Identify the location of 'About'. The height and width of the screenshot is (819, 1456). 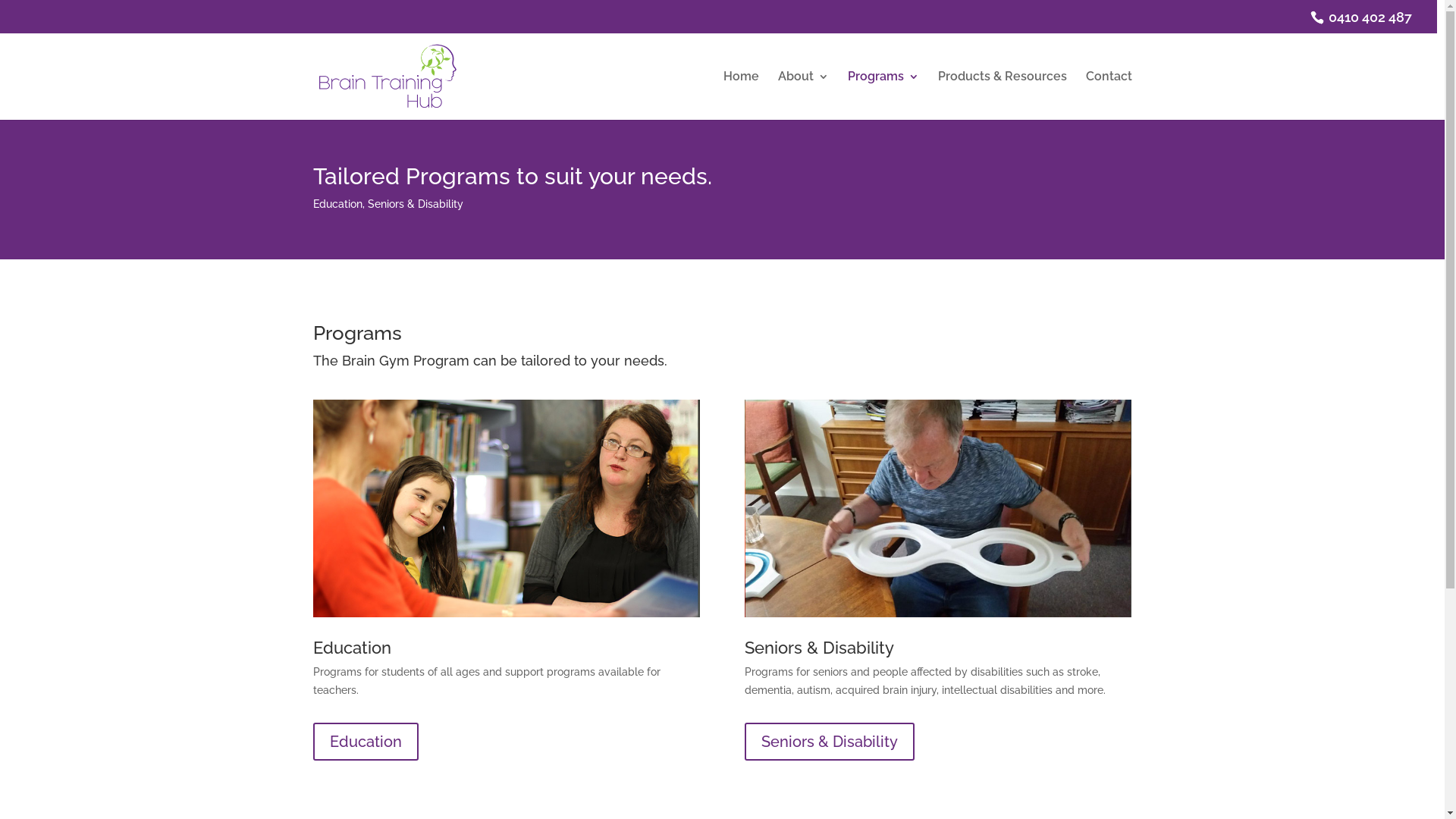
(802, 96).